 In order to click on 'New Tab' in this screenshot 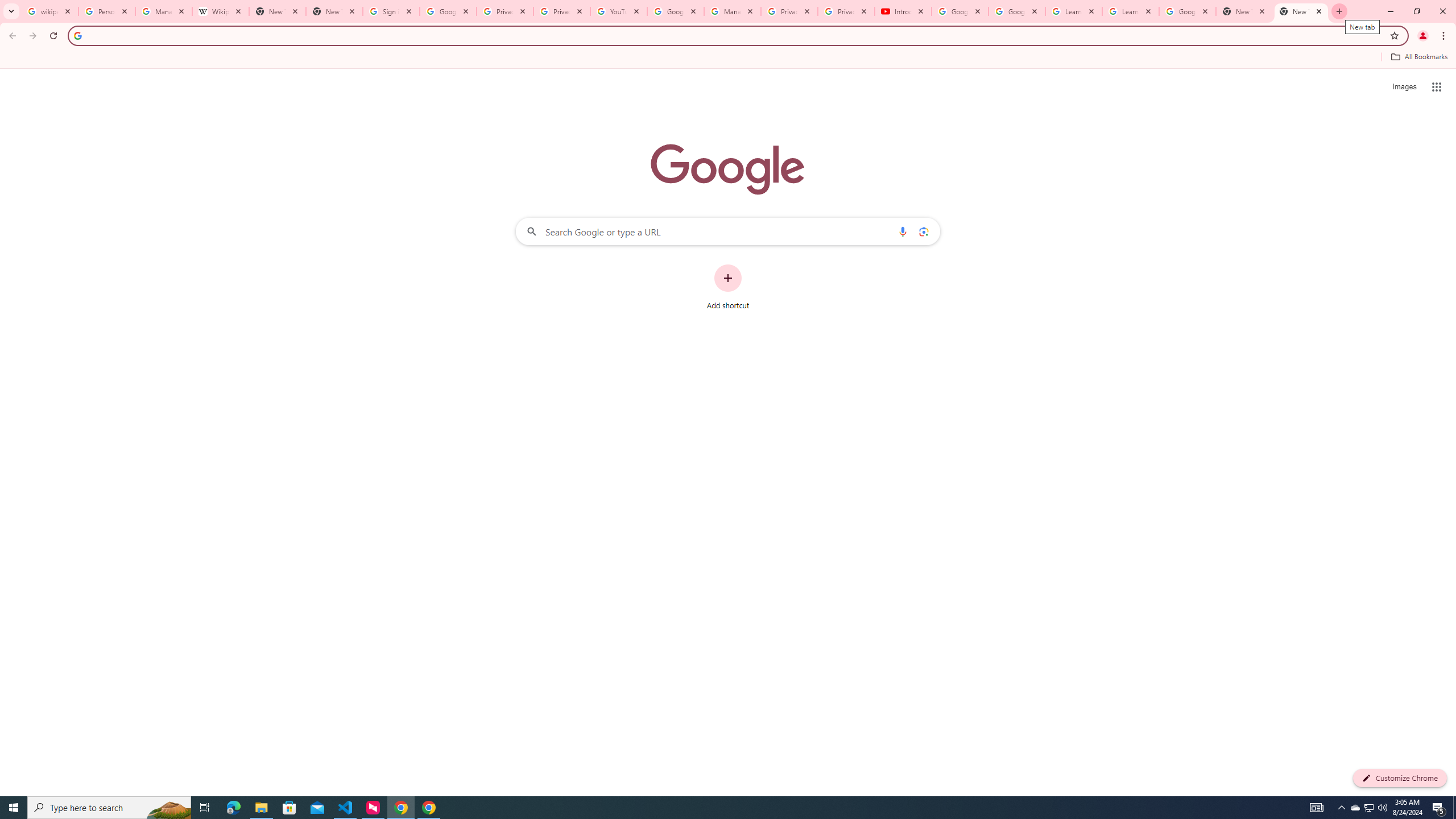, I will do `click(1301, 11)`.